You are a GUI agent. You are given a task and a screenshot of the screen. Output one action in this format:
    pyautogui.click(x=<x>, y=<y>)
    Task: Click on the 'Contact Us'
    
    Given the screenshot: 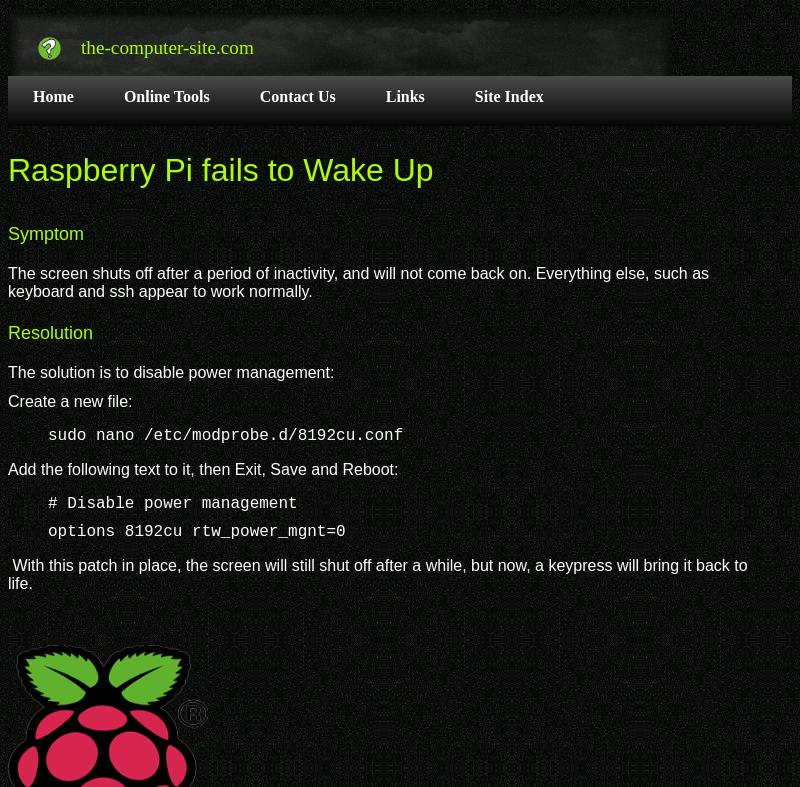 What is the action you would take?
    pyautogui.click(x=296, y=94)
    